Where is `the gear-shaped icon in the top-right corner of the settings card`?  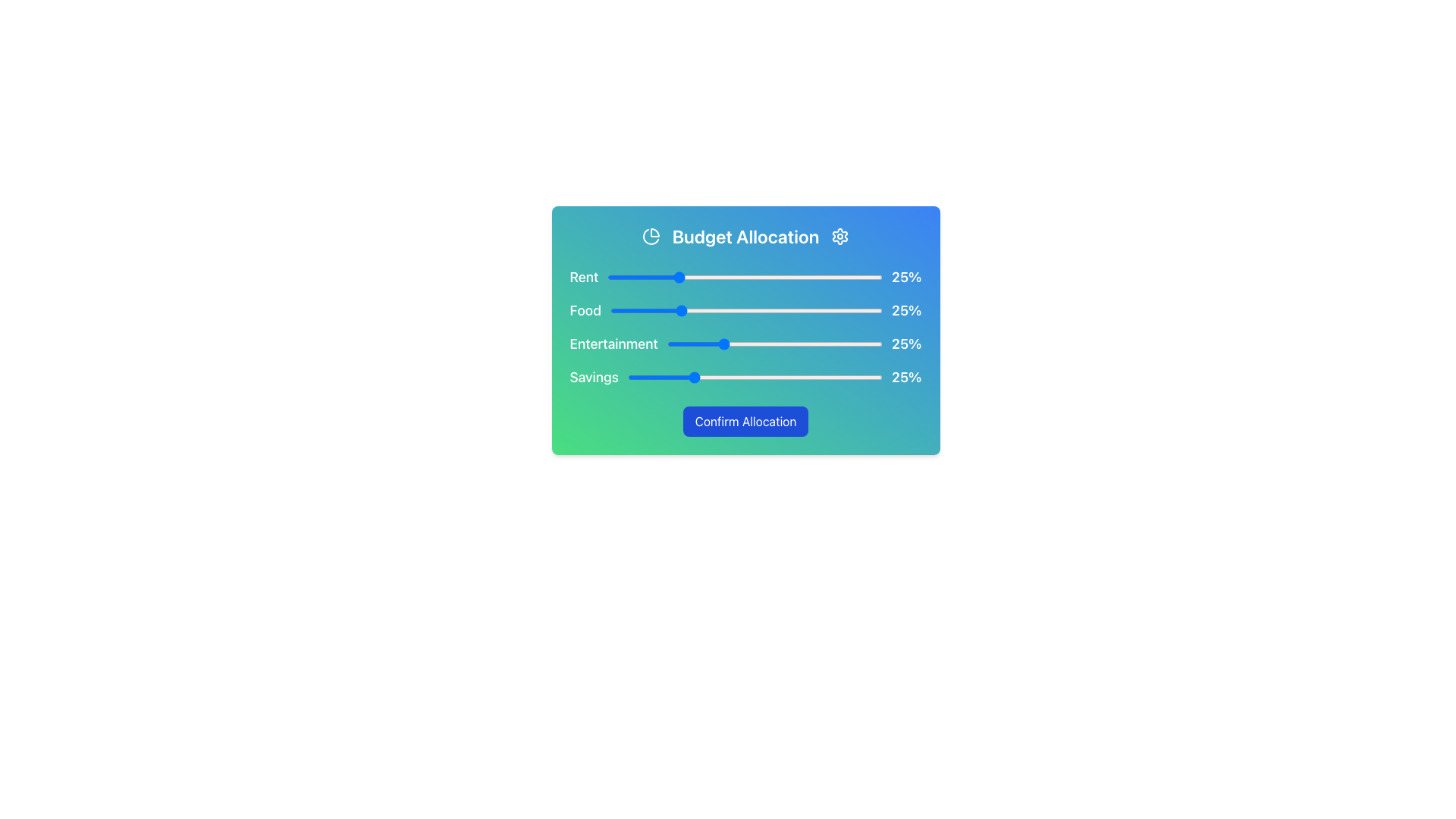
the gear-shaped icon in the top-right corner of the settings card is located at coordinates (839, 237).